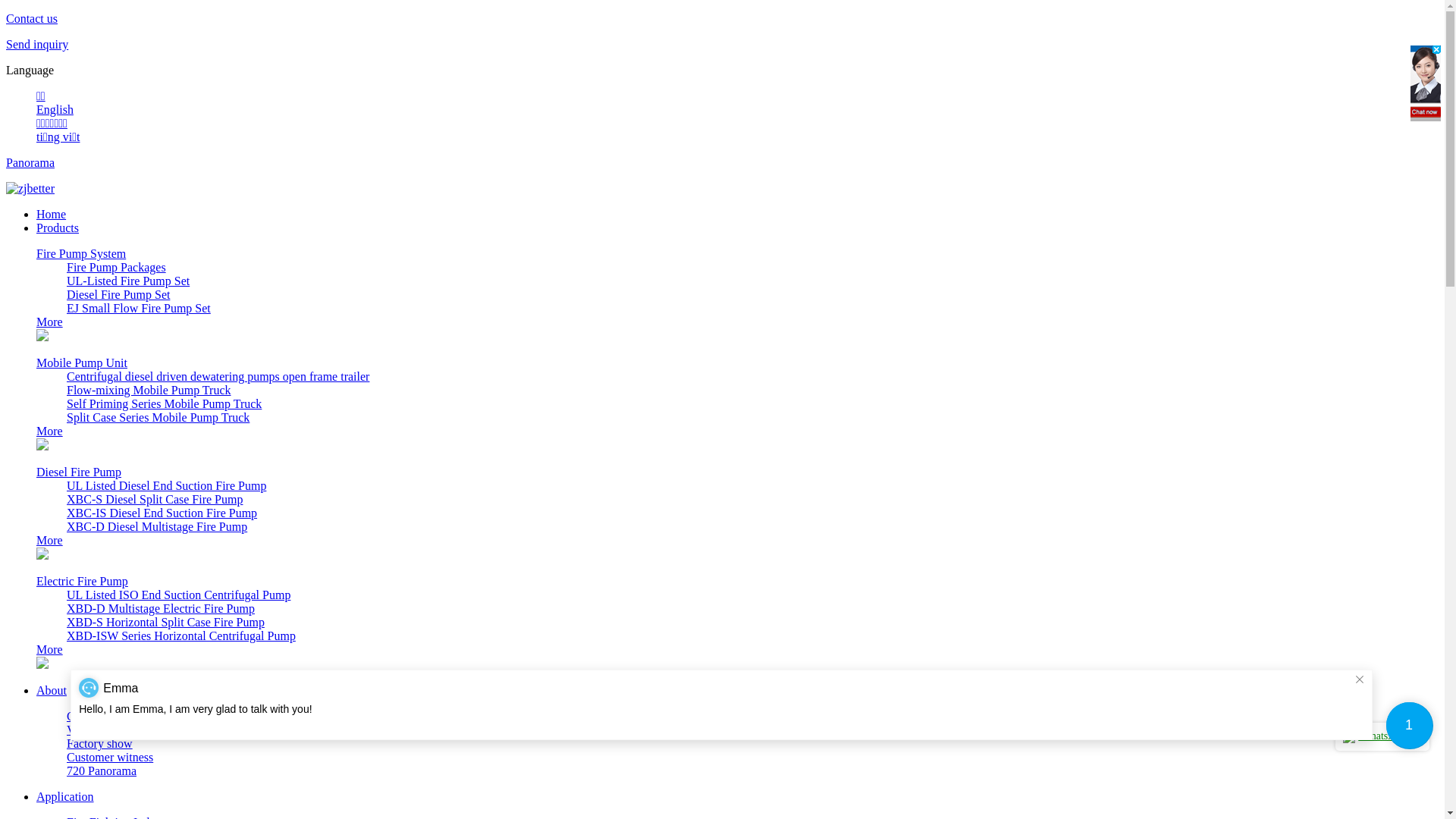 Image resolution: width=1456 pixels, height=819 pixels. Describe the element at coordinates (36, 580) in the screenshot. I see `'Electric Fire Pump'` at that location.